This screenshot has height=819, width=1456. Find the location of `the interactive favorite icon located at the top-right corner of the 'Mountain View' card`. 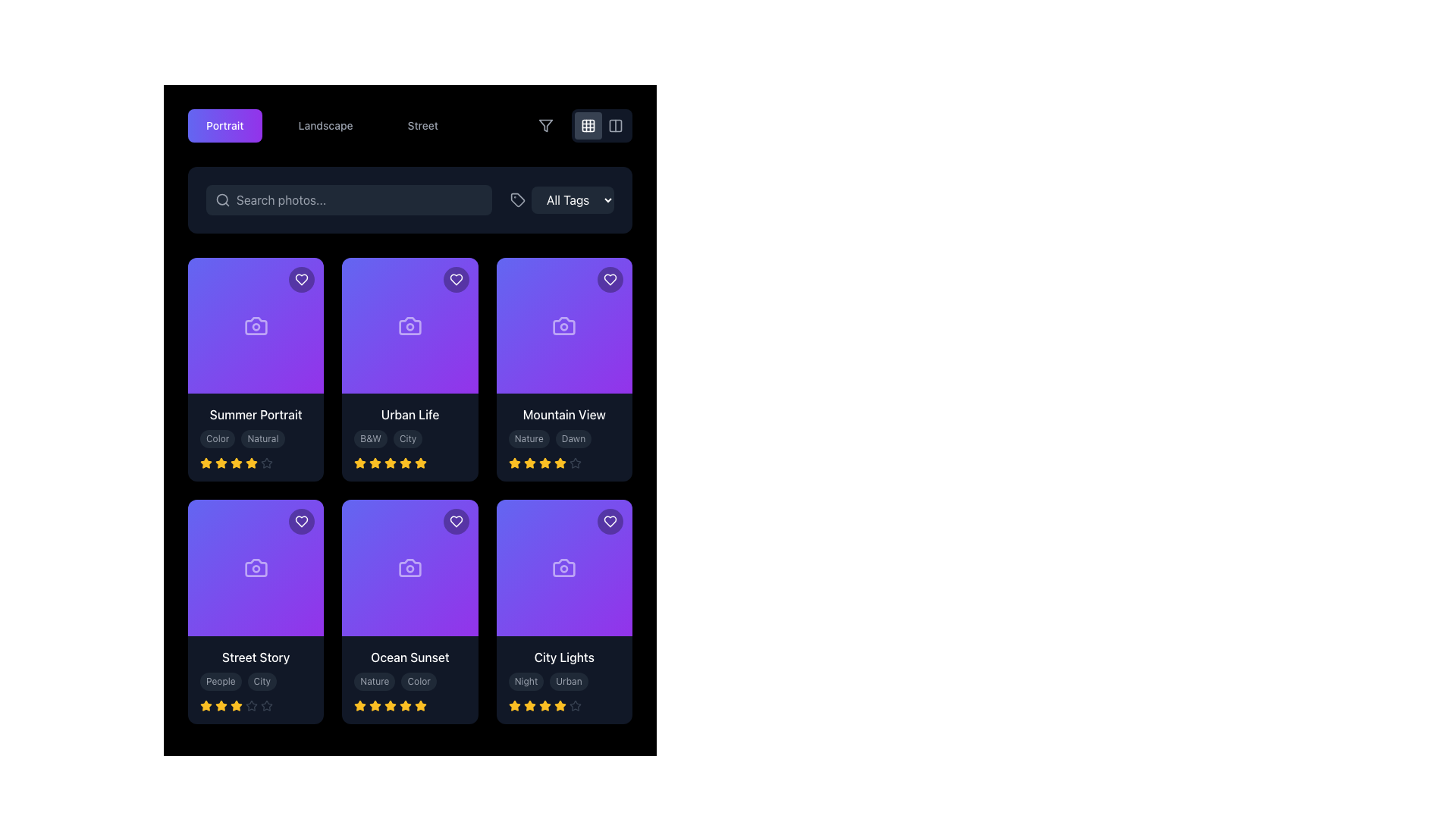

the interactive favorite icon located at the top-right corner of the 'Mountain View' card is located at coordinates (610, 280).